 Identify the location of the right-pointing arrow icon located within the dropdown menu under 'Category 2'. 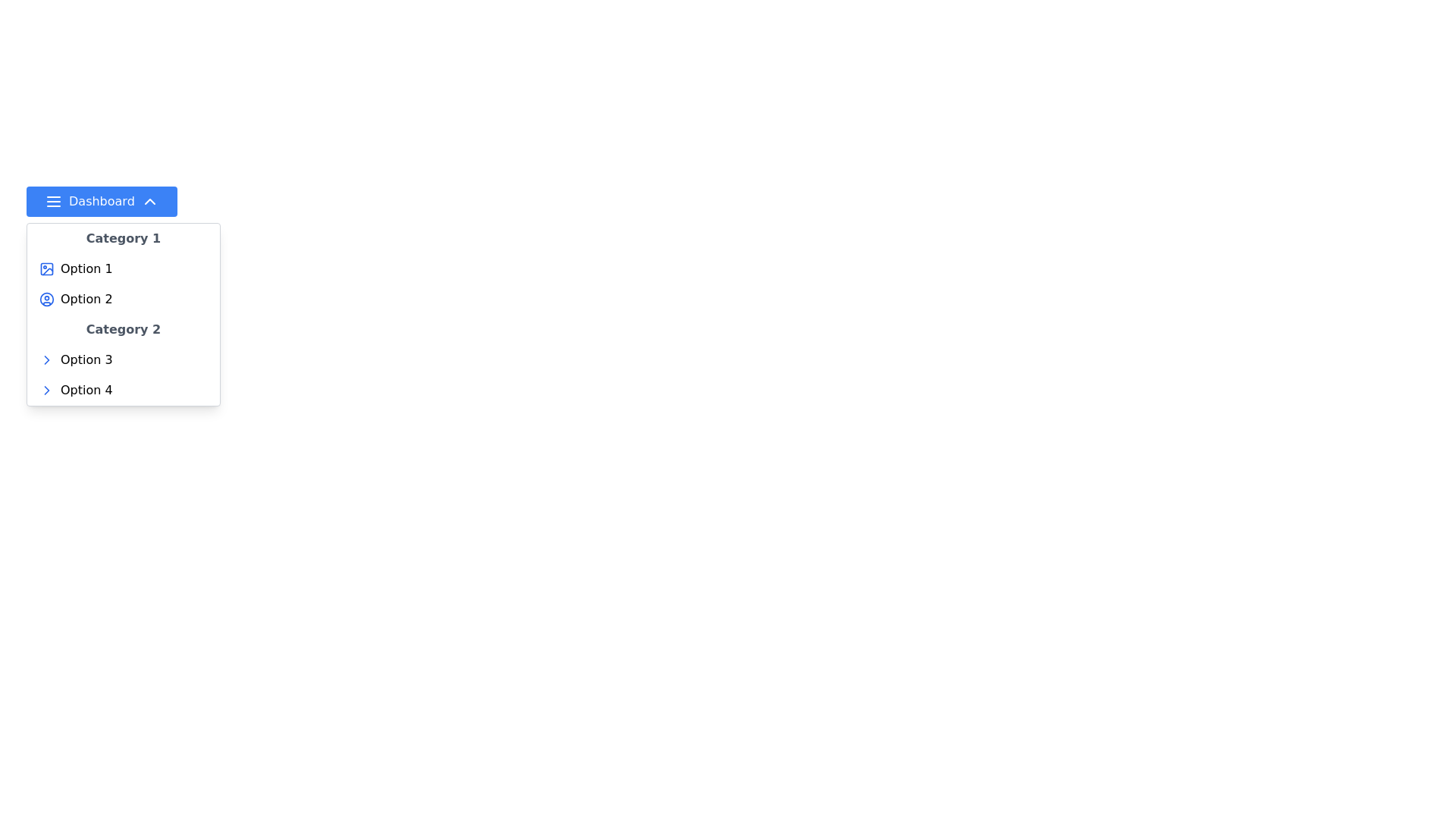
(47, 359).